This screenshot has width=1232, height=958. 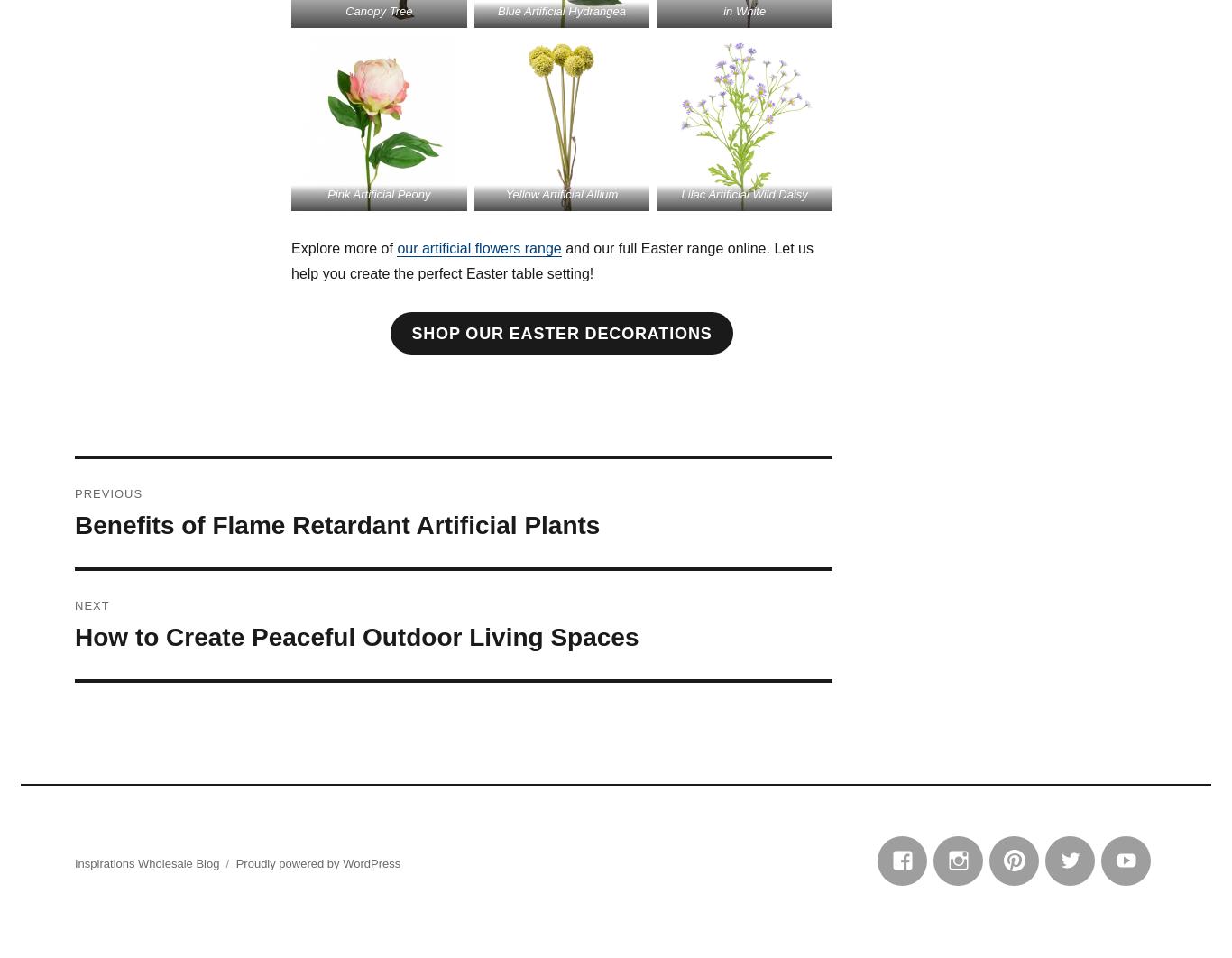 What do you see at coordinates (478, 246) in the screenshot?
I see `'our artificial flowers range'` at bounding box center [478, 246].